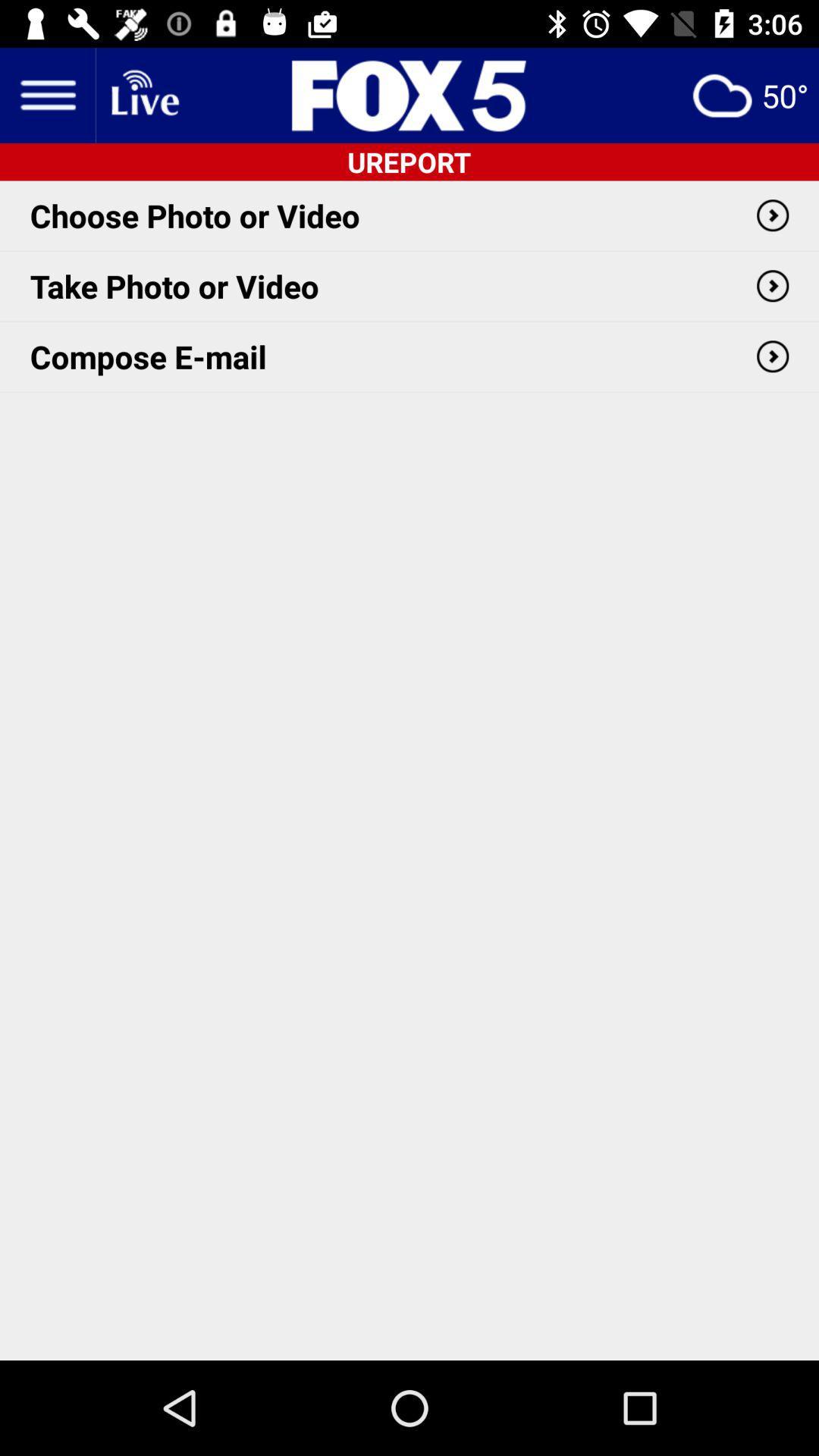 The height and width of the screenshot is (1456, 819). What do you see at coordinates (409, 94) in the screenshot?
I see `a text fox5 which is above ureport on a page` at bounding box center [409, 94].